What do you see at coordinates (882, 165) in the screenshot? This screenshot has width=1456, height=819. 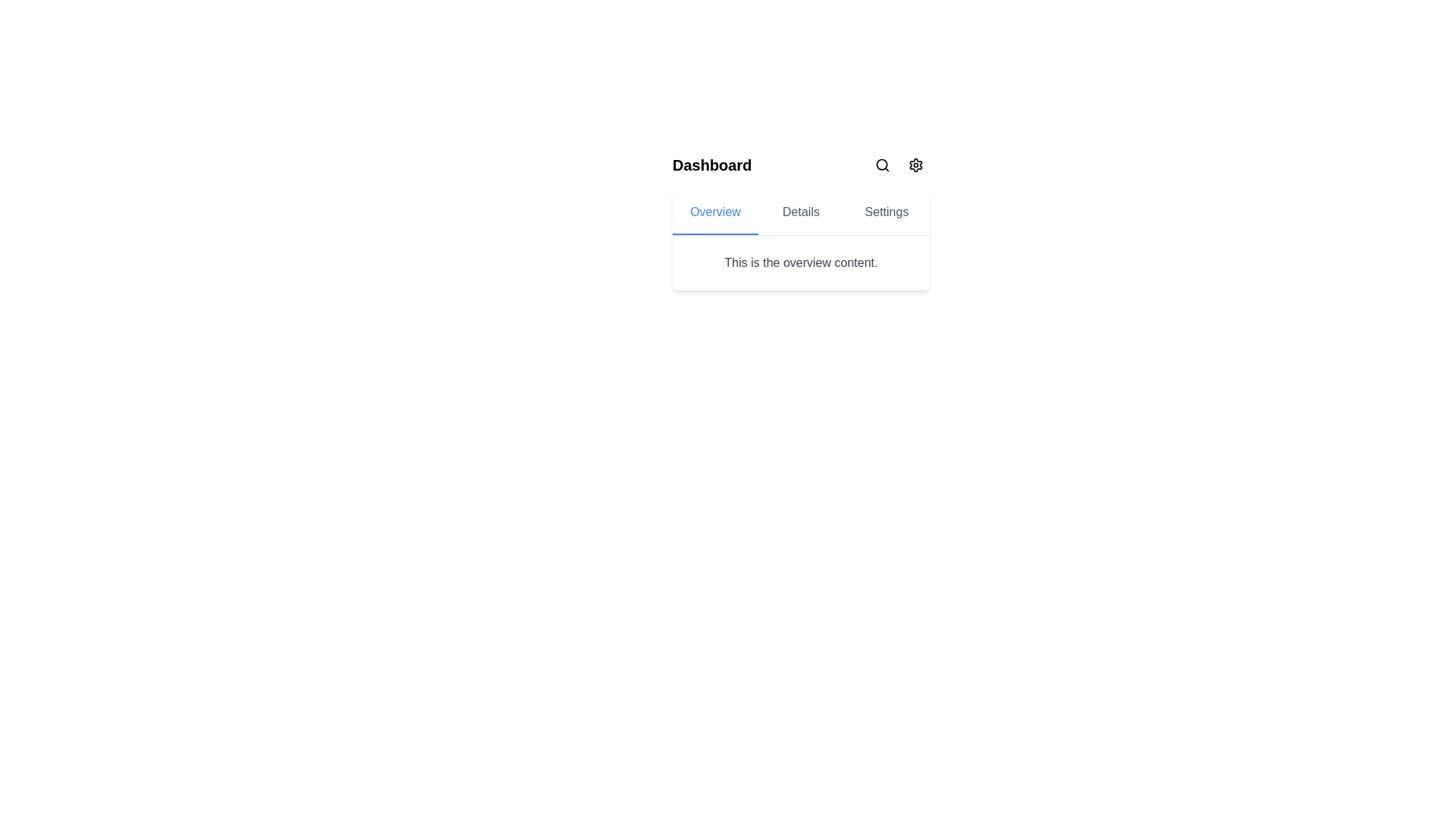 I see `the circular graphic representing the search functionality, located next to the 'Dashboard' text at the top of the interface` at bounding box center [882, 165].